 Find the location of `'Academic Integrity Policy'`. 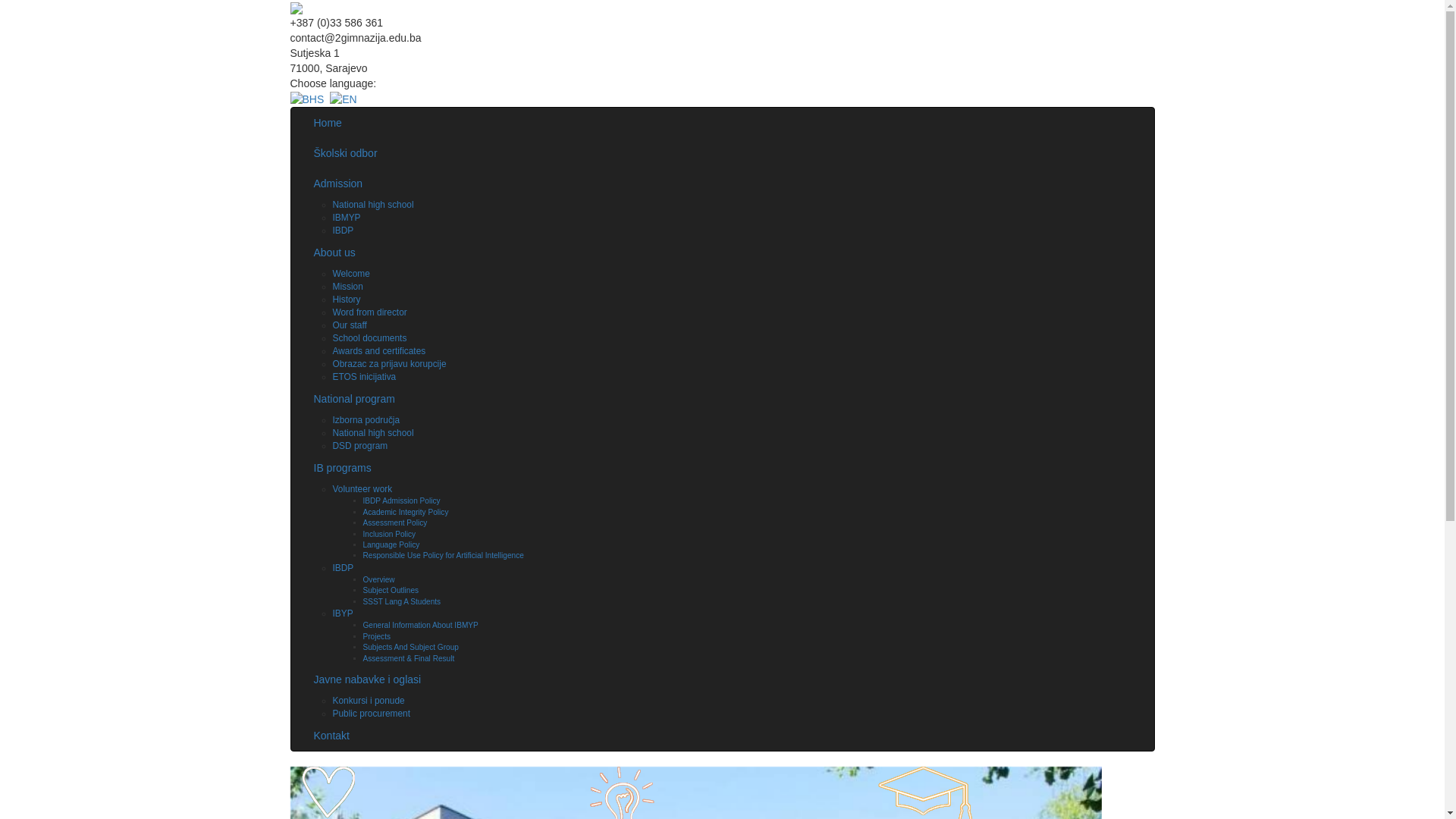

'Academic Integrity Policy' is located at coordinates (405, 512).